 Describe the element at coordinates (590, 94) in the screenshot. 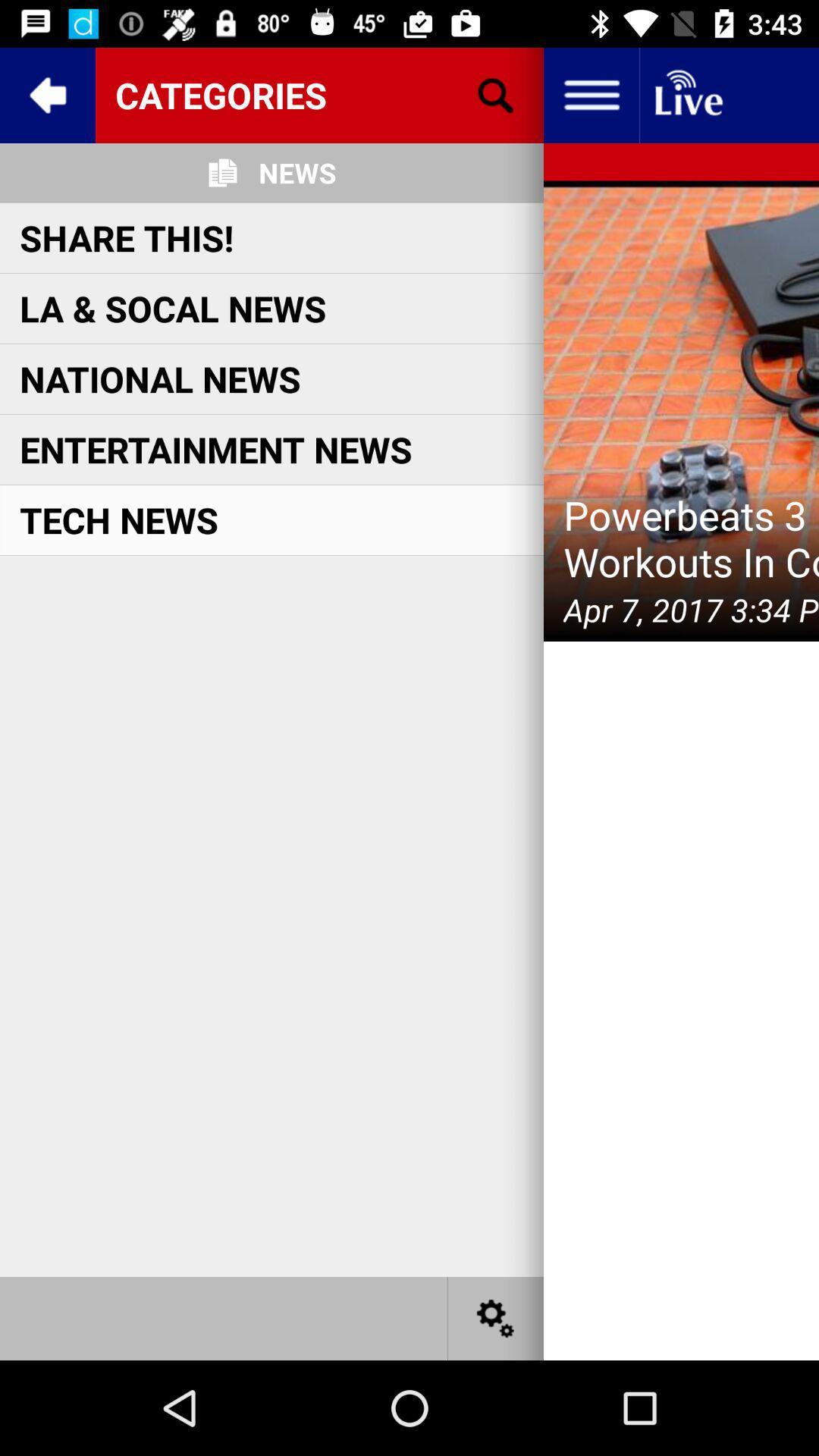

I see `hit option button` at that location.